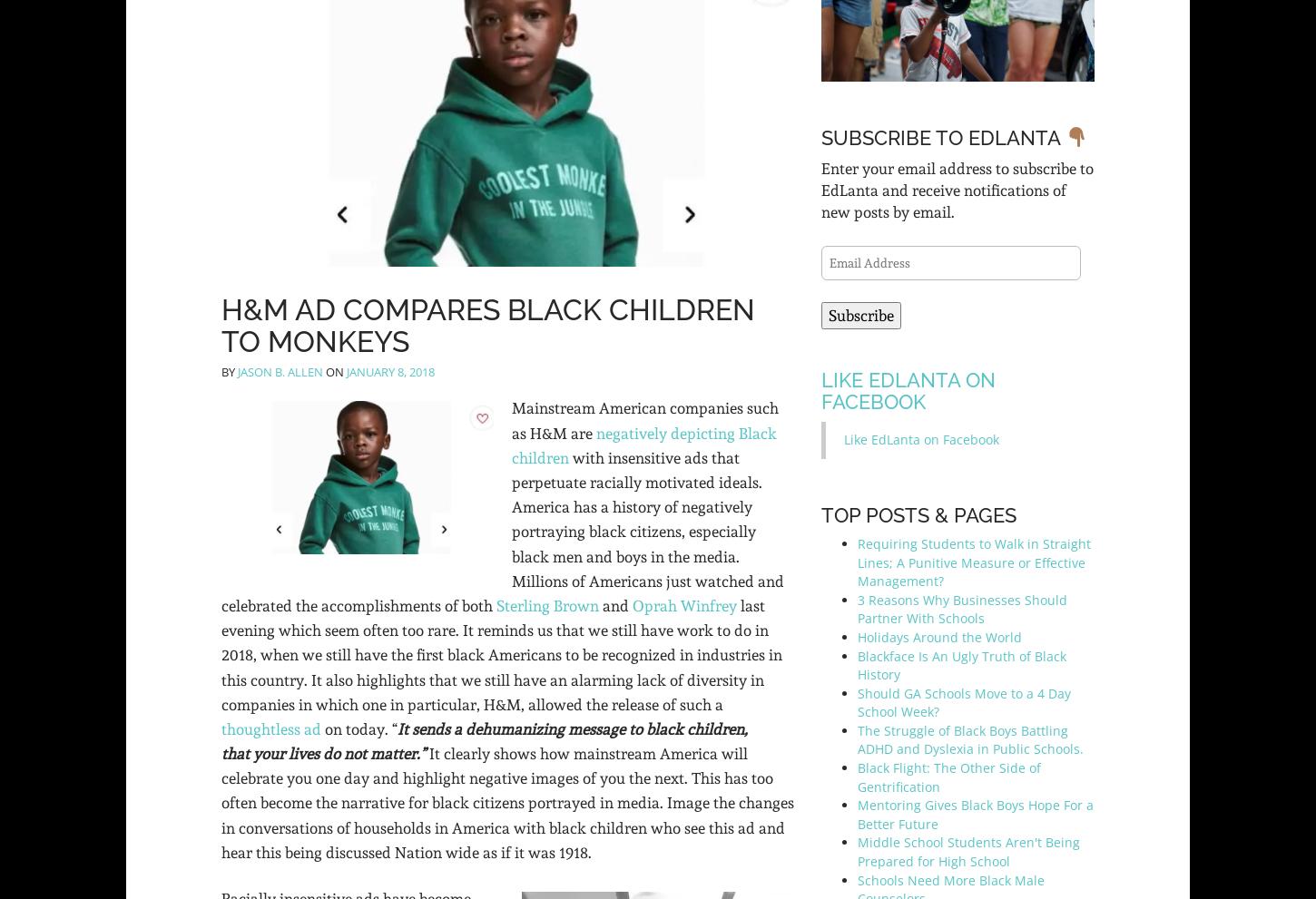 The height and width of the screenshot is (899, 1316). What do you see at coordinates (334, 371) in the screenshot?
I see `'on'` at bounding box center [334, 371].